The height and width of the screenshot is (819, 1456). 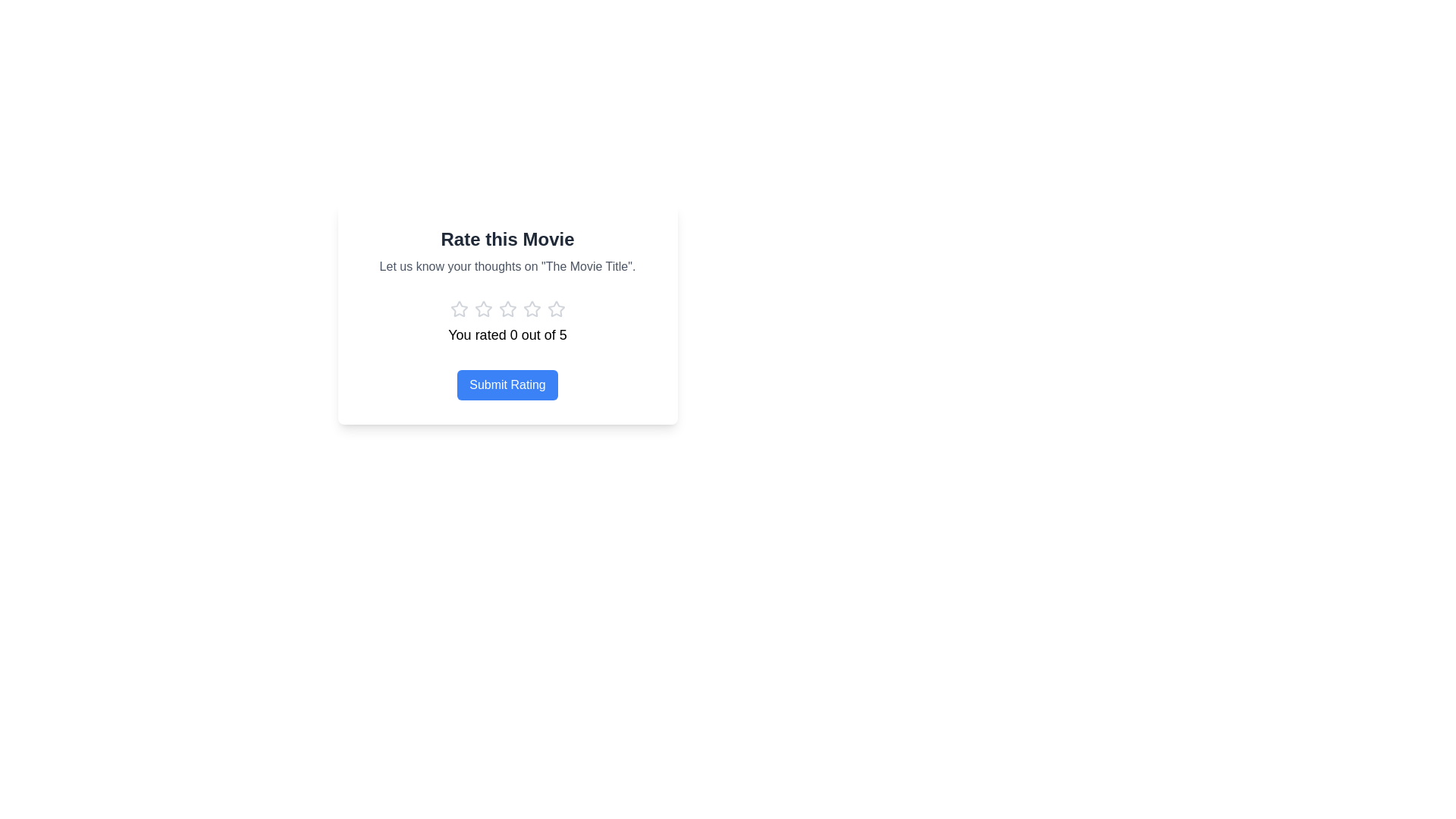 I want to click on the fourth star-shaped icon in the rating module, which is gray and has a hollow outline, so click(x=555, y=308).